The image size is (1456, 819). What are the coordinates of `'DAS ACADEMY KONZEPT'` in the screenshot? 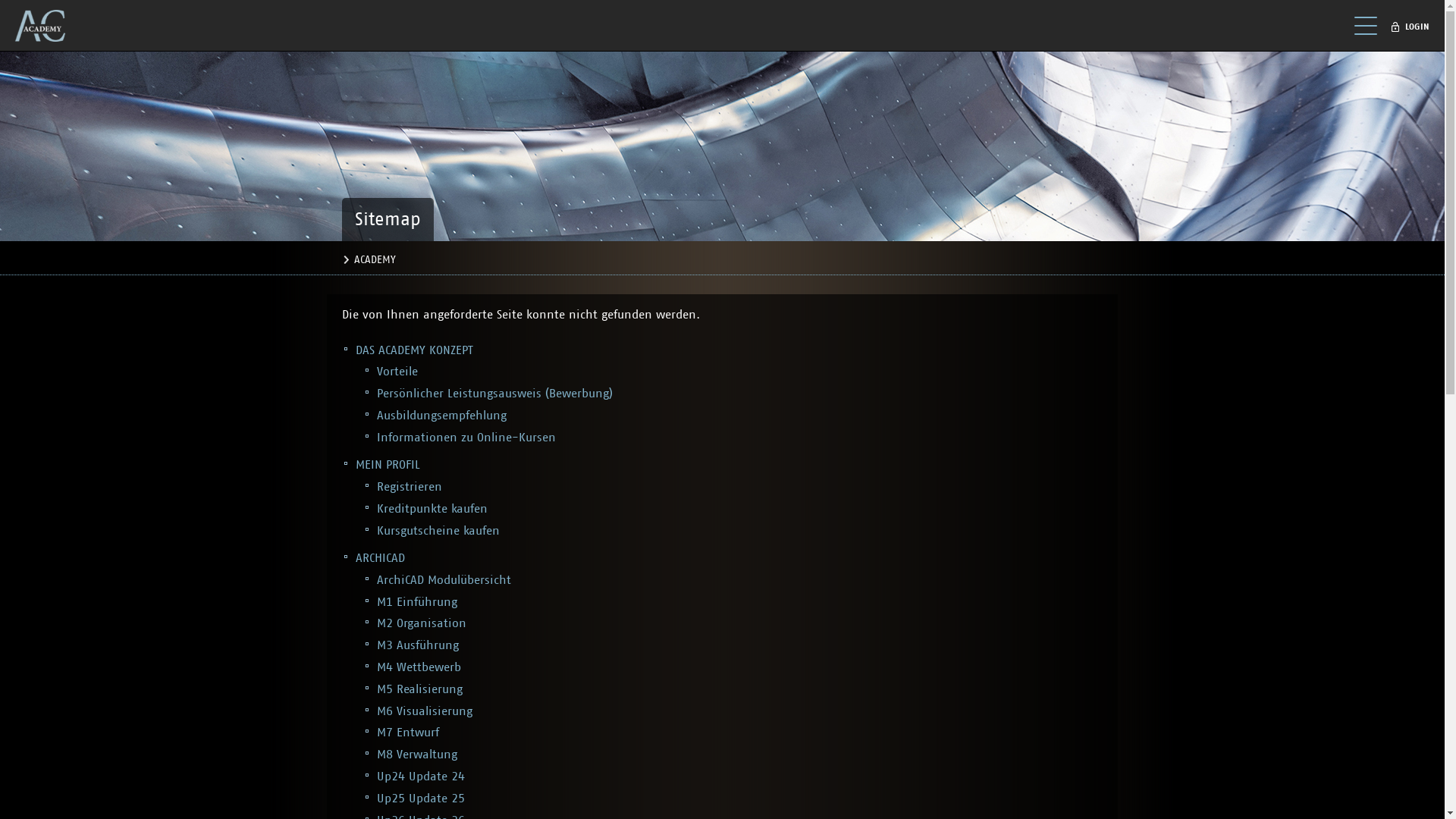 It's located at (355, 350).